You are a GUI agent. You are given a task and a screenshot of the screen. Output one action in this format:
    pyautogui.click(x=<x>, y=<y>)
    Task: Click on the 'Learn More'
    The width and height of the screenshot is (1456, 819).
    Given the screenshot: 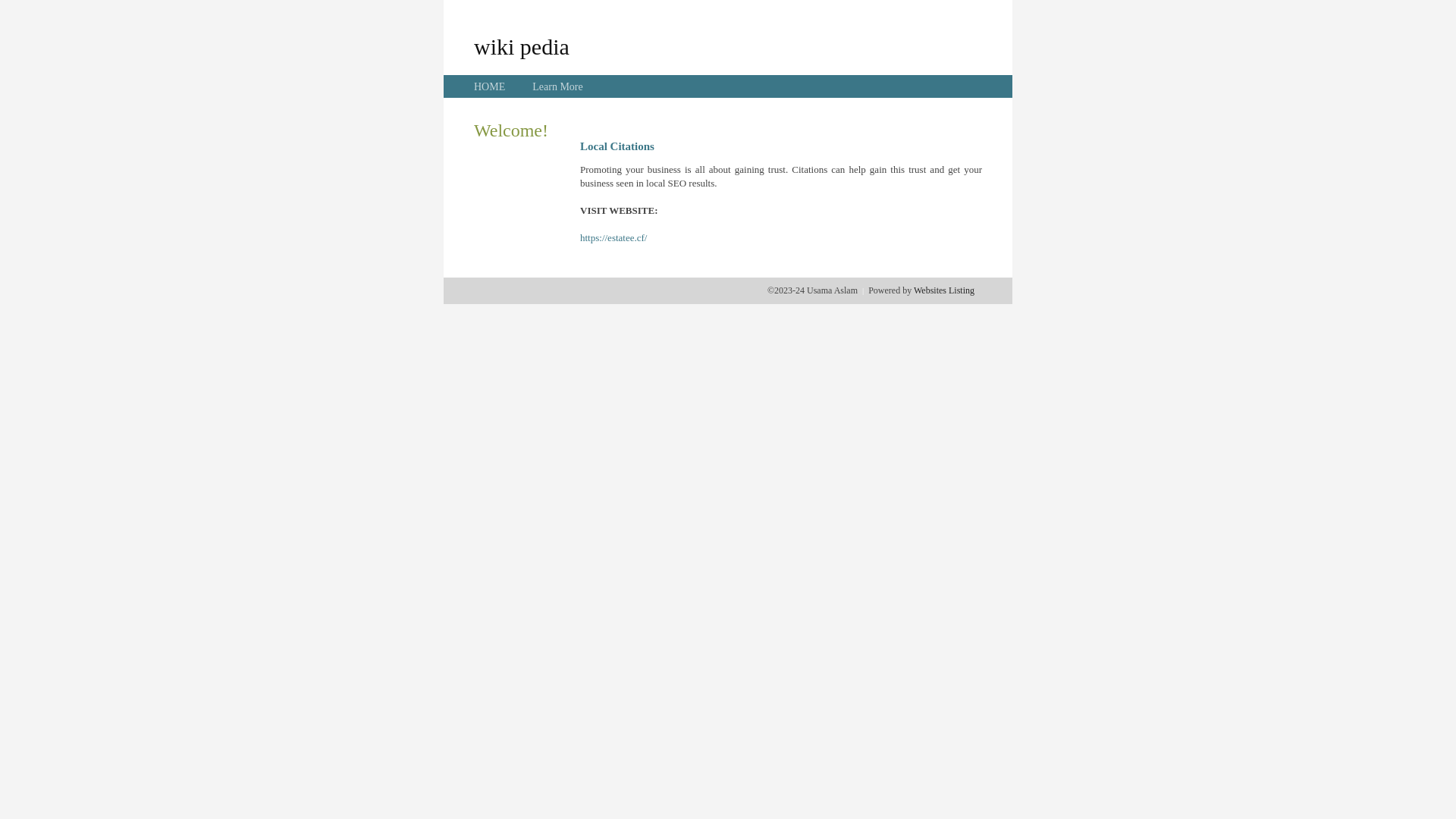 What is the action you would take?
    pyautogui.click(x=556, y=86)
    